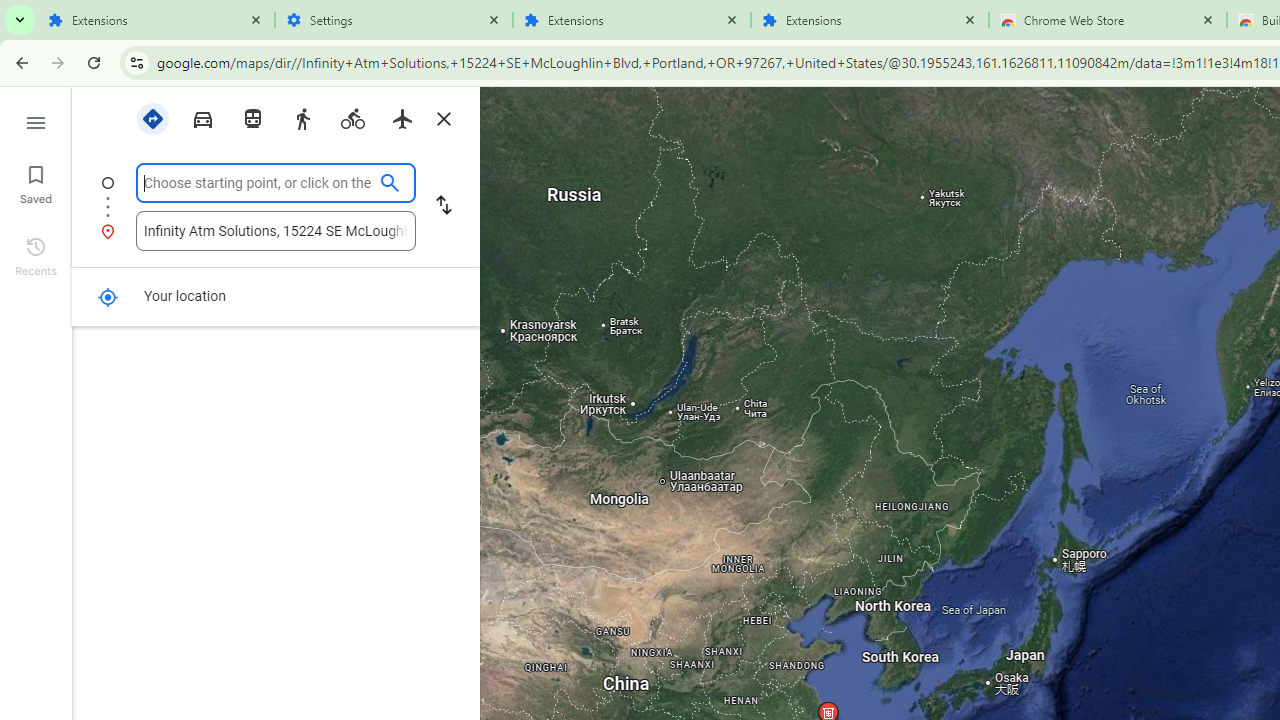 The width and height of the screenshot is (1280, 720). Describe the element at coordinates (443, 206) in the screenshot. I see `'Reverse starting point and destination'` at that location.